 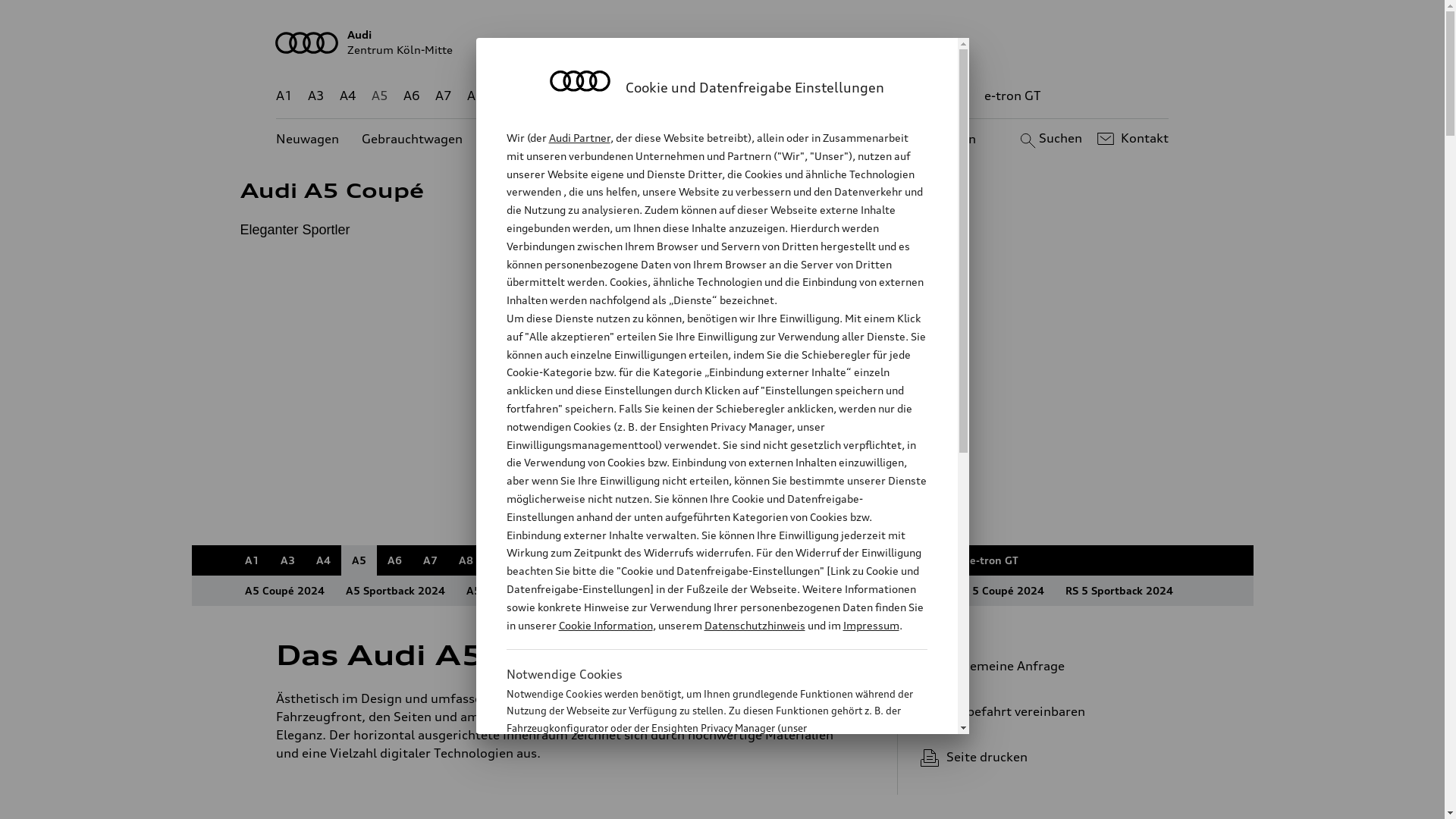 I want to click on 'A5 Cabriolet 2024', so click(x=513, y=590).